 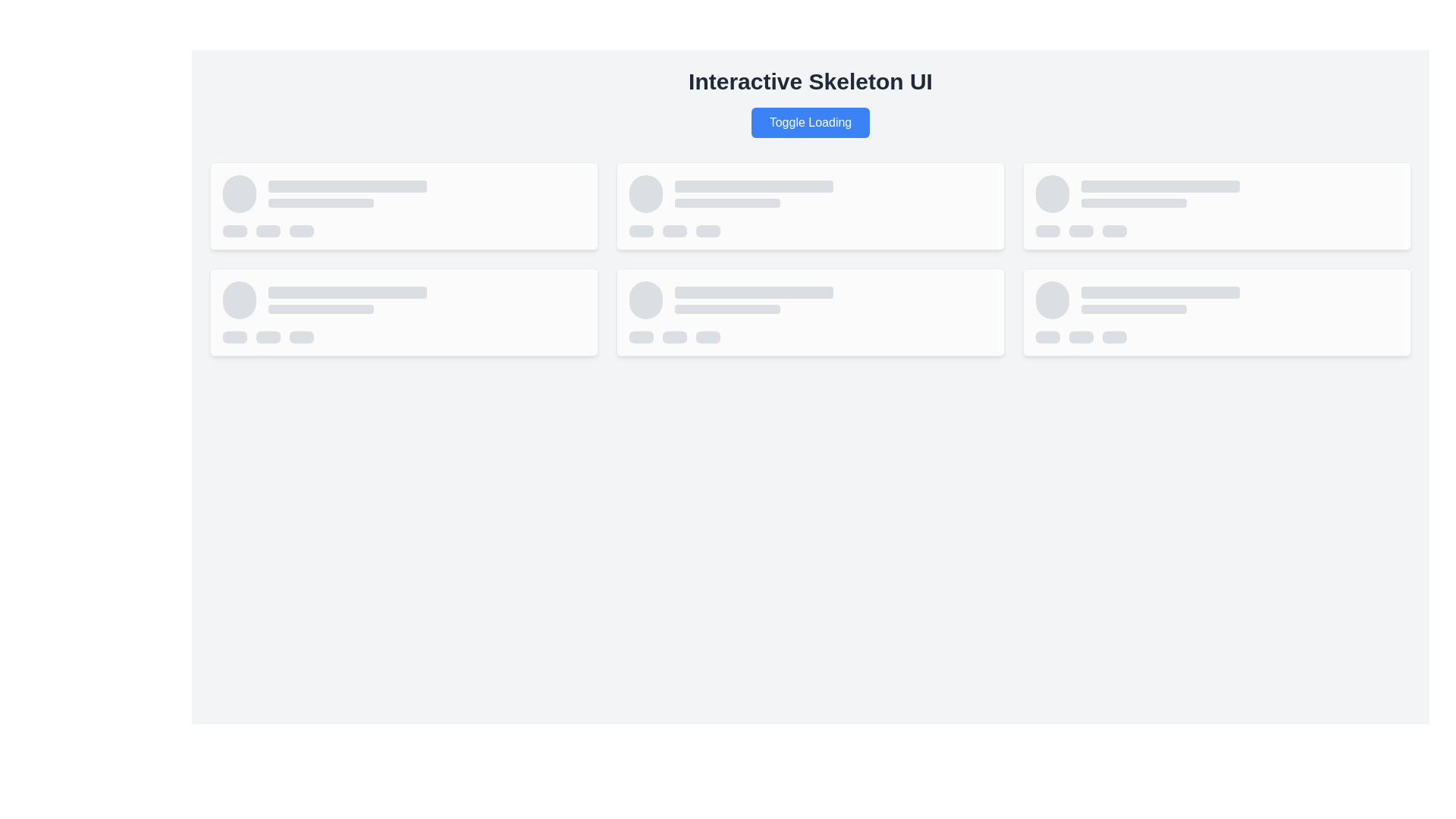 What do you see at coordinates (810, 206) in the screenshot?
I see `the second placeholder card with loading animation located in the top-middle column of the grid layout` at bounding box center [810, 206].